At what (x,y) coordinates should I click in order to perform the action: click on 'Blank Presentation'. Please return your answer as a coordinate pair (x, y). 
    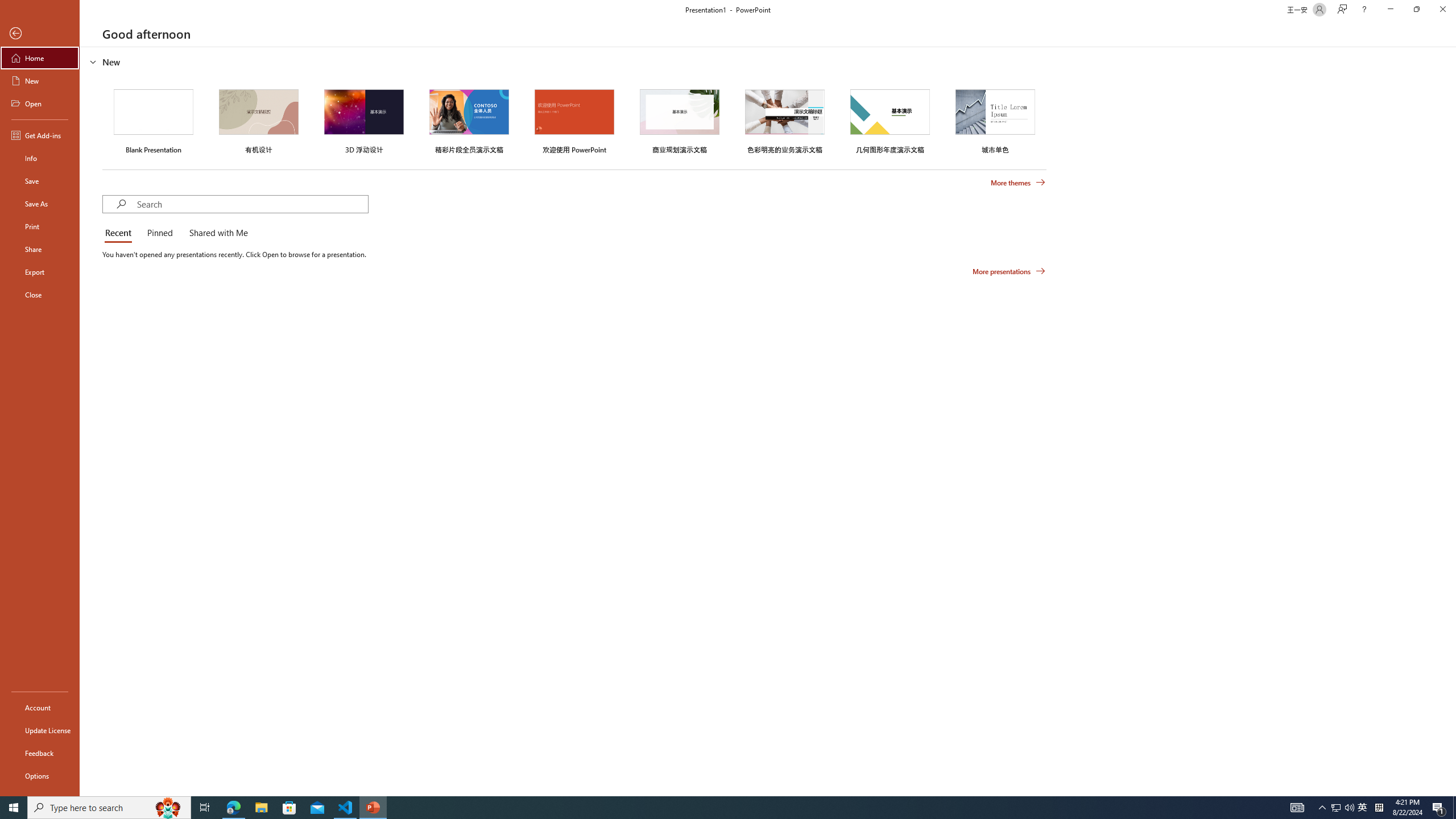
    Looking at the image, I should click on (153, 119).